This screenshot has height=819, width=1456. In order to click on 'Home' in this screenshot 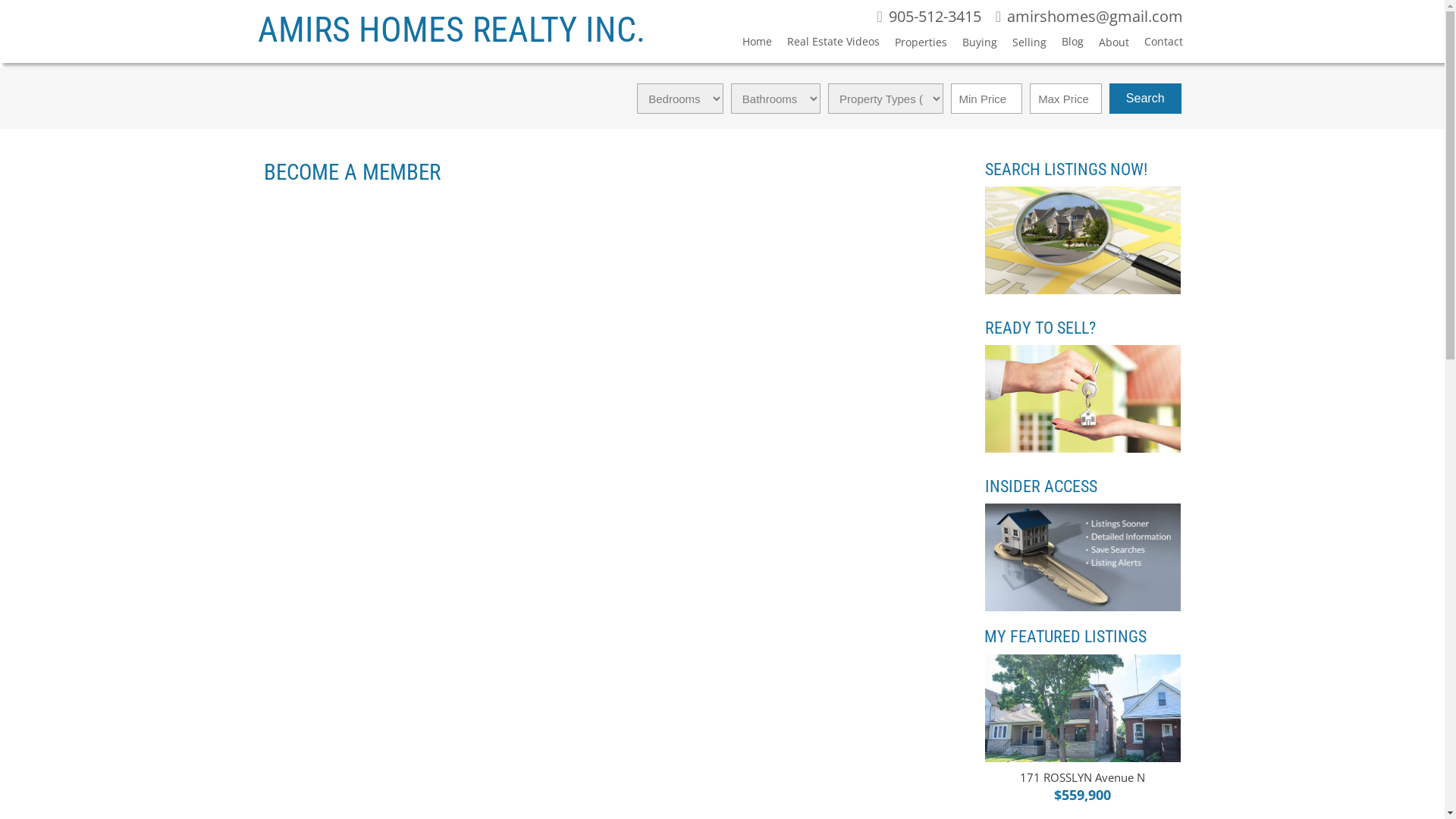, I will do `click(749, 43)`.